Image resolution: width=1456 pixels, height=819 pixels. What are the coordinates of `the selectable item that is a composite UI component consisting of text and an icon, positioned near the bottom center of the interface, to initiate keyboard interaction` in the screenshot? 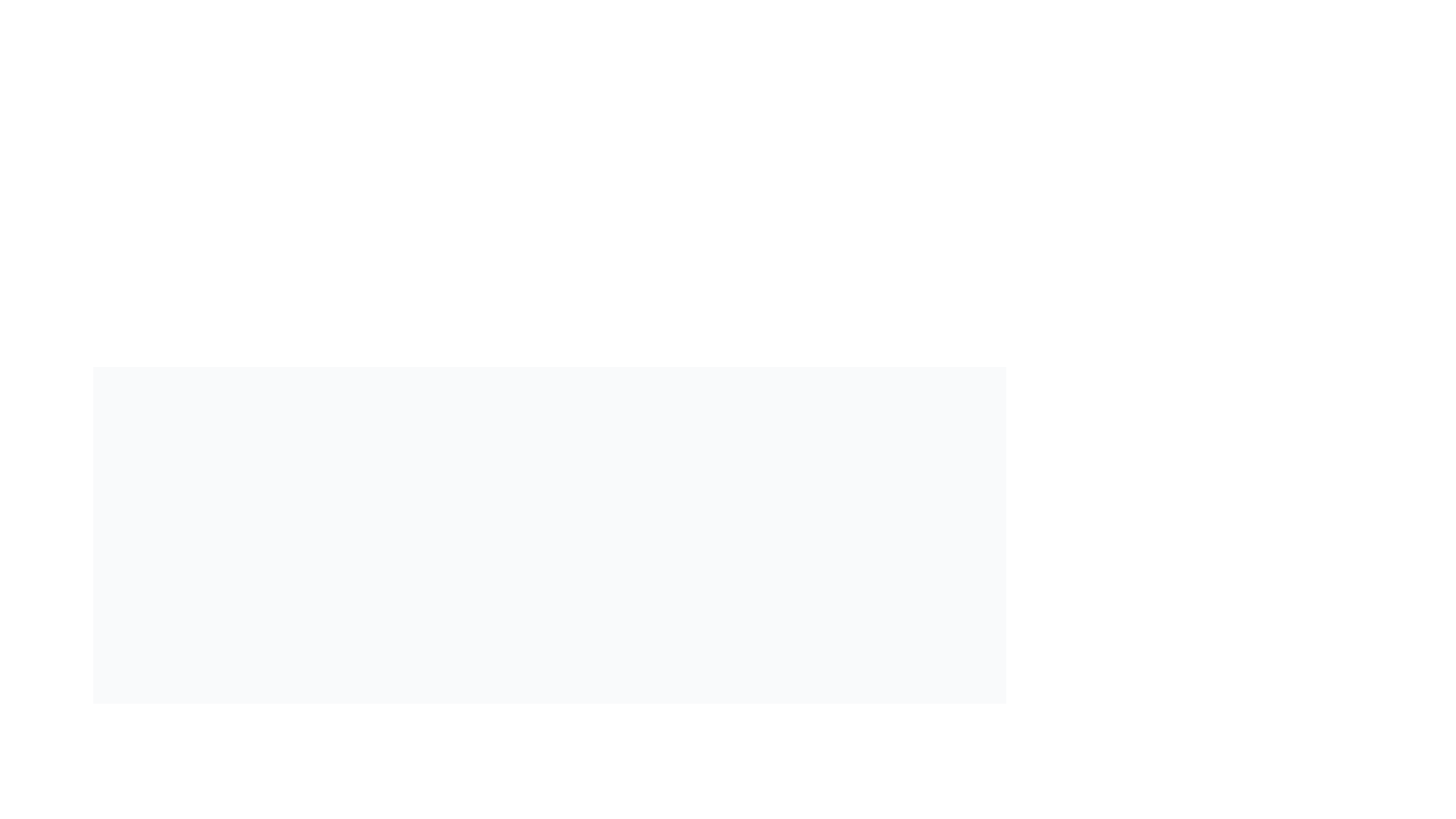 It's located at (491, 776).